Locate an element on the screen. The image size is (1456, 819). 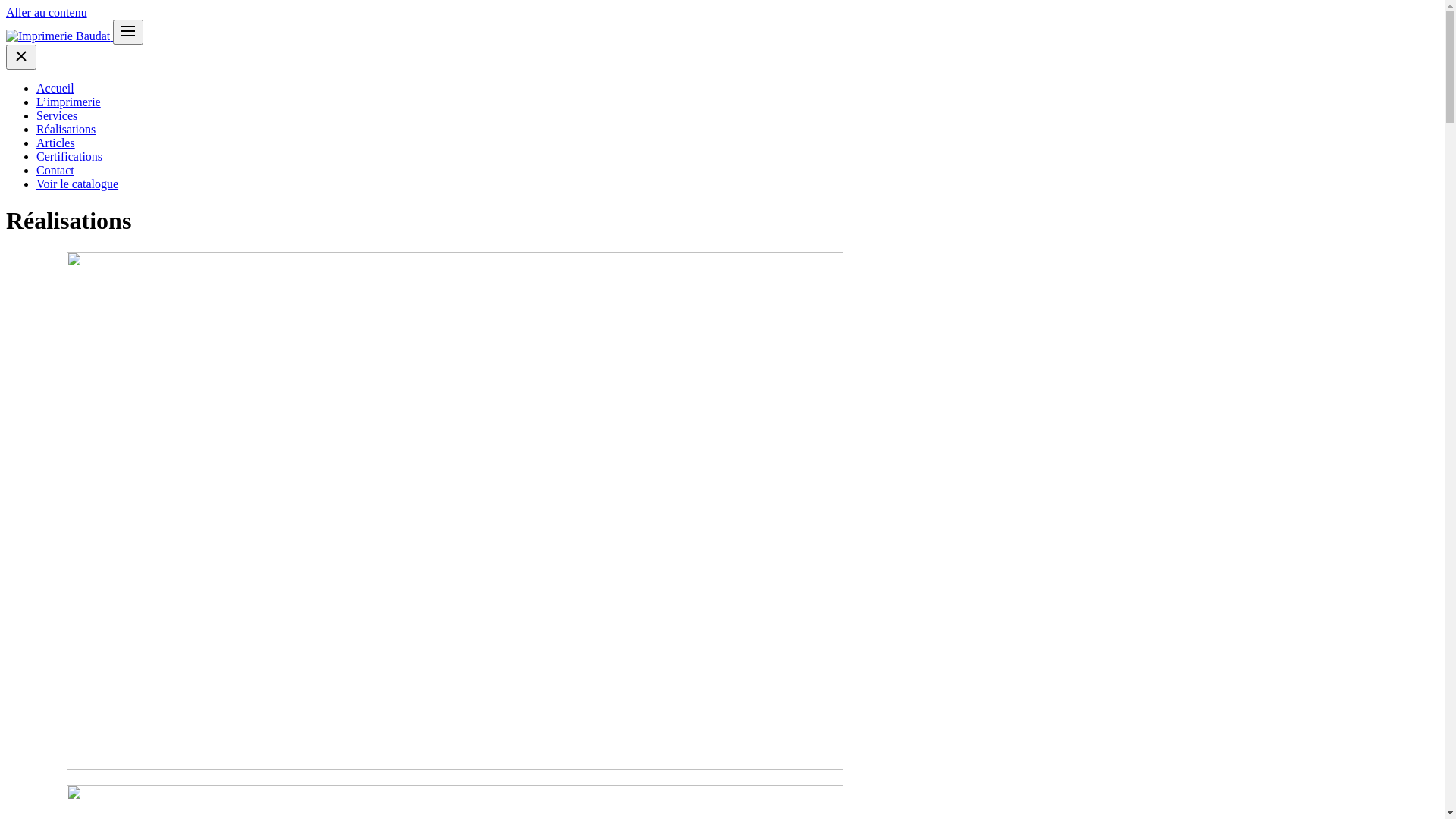
'Voir le catalogue' is located at coordinates (36, 183).